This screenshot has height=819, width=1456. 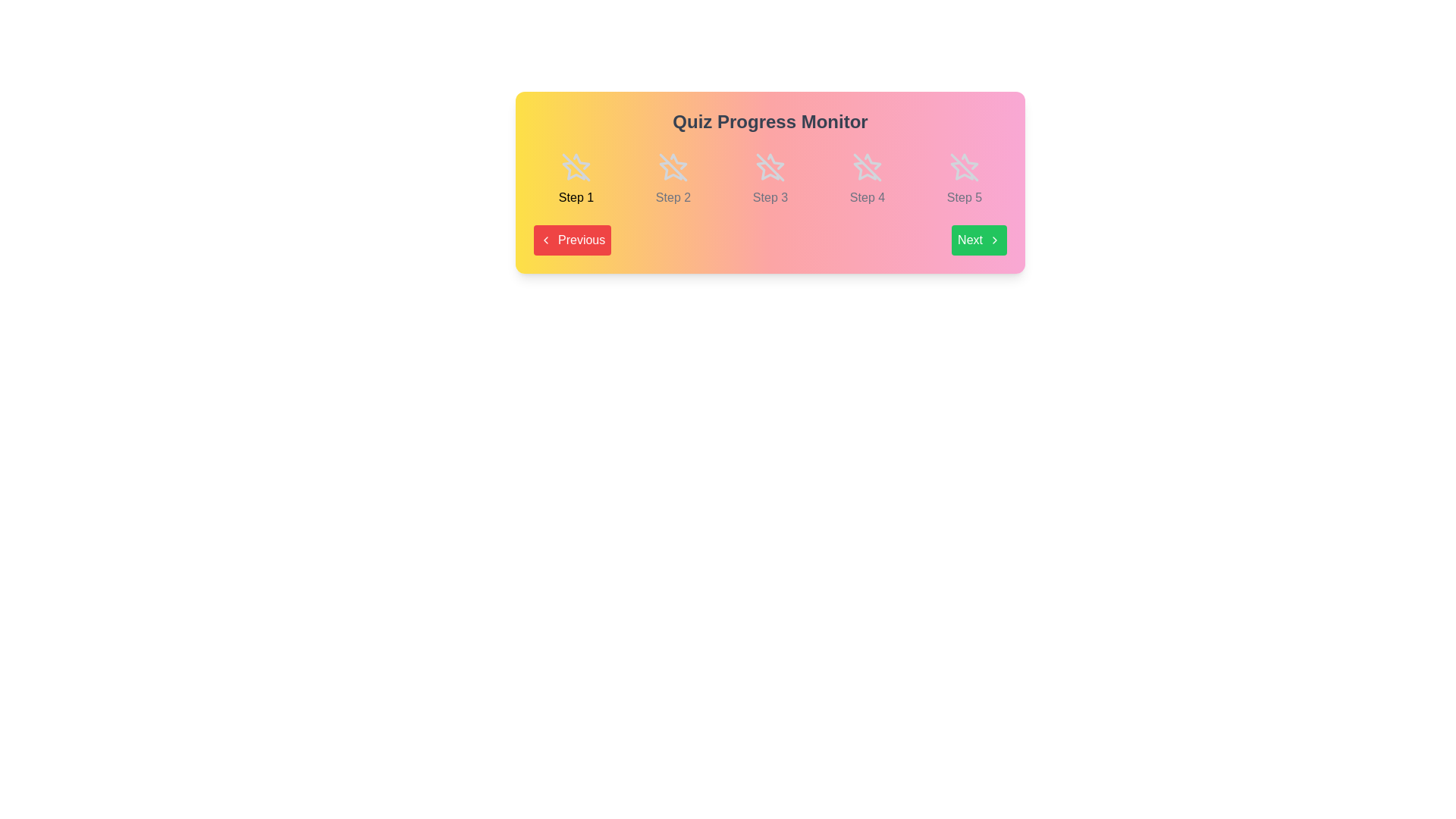 I want to click on the third step of the Progress indicator, labeled 'Step 3', to mark it as selected or active, so click(x=770, y=178).